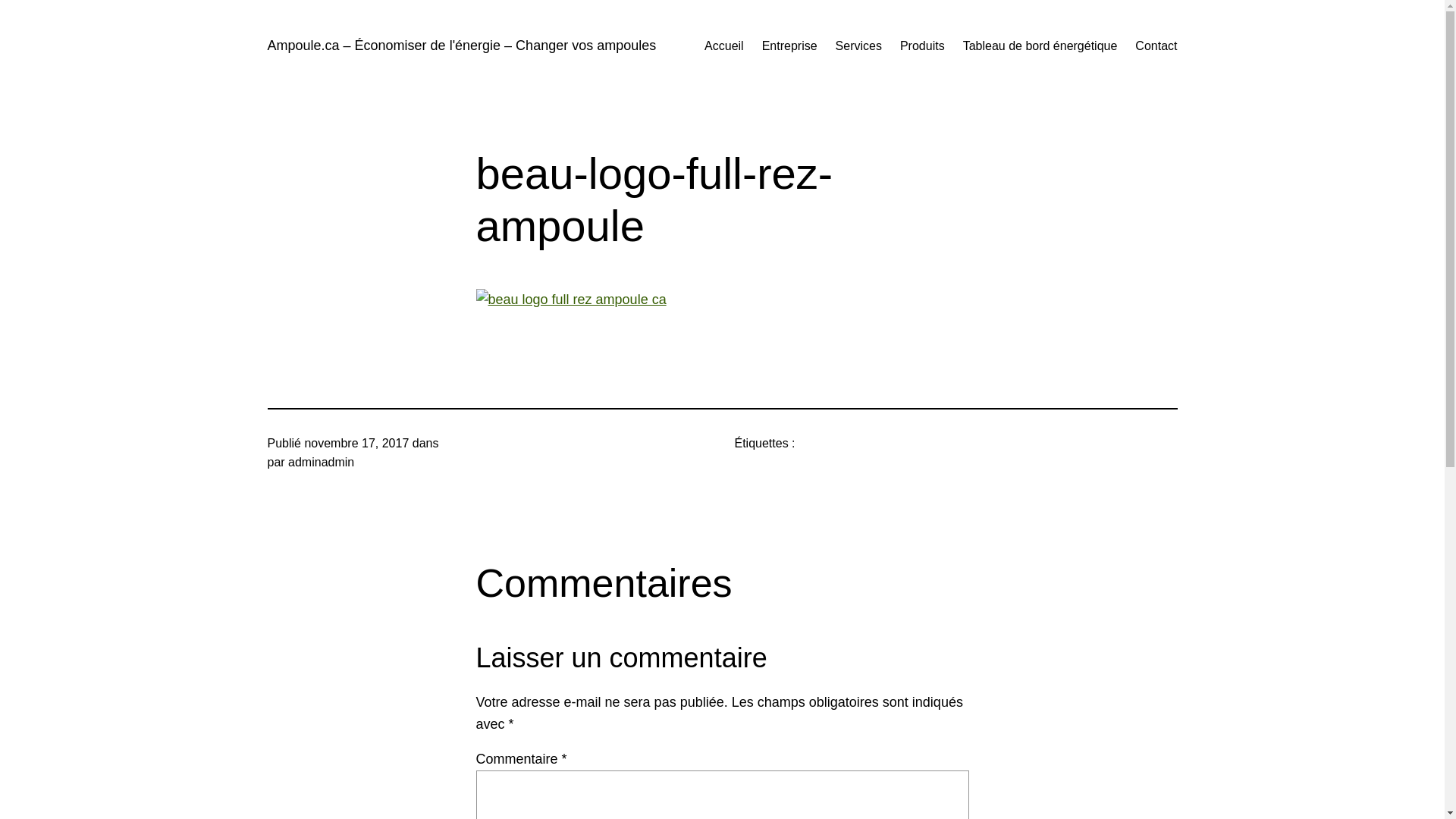 This screenshot has width=1456, height=819. Describe the element at coordinates (704, 45) in the screenshot. I see `'Accueil'` at that location.